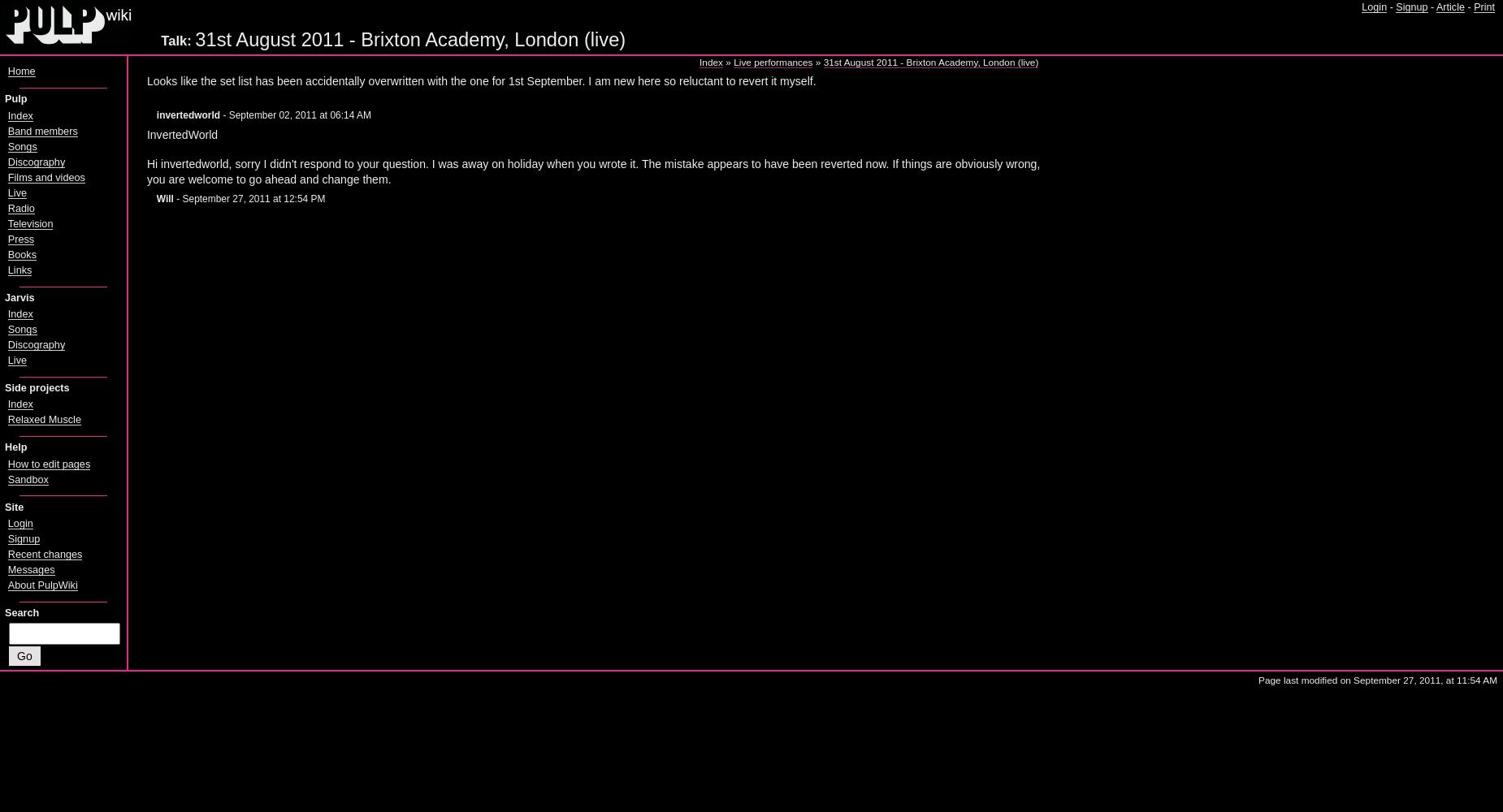  I want to click on 'Will', so click(163, 198).